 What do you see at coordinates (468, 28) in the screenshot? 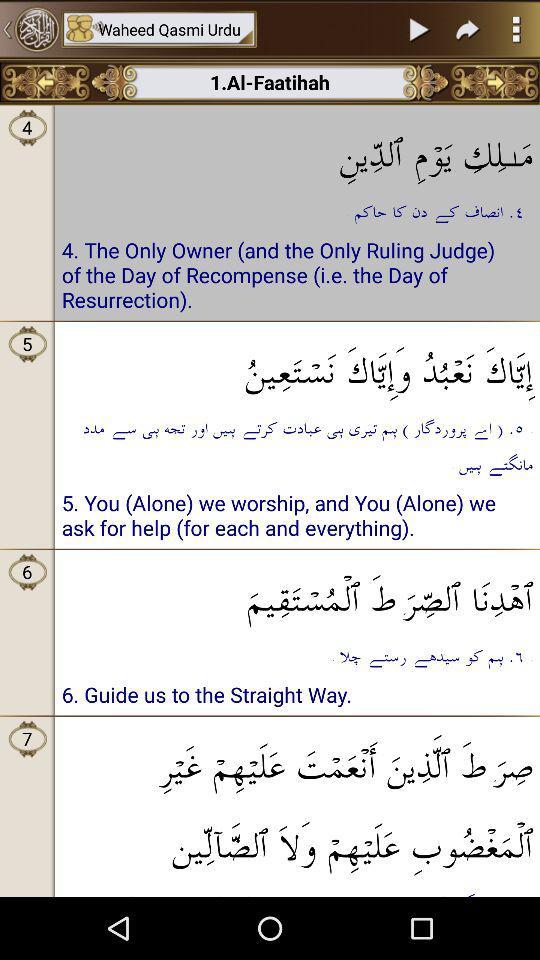
I see `go next option` at bounding box center [468, 28].